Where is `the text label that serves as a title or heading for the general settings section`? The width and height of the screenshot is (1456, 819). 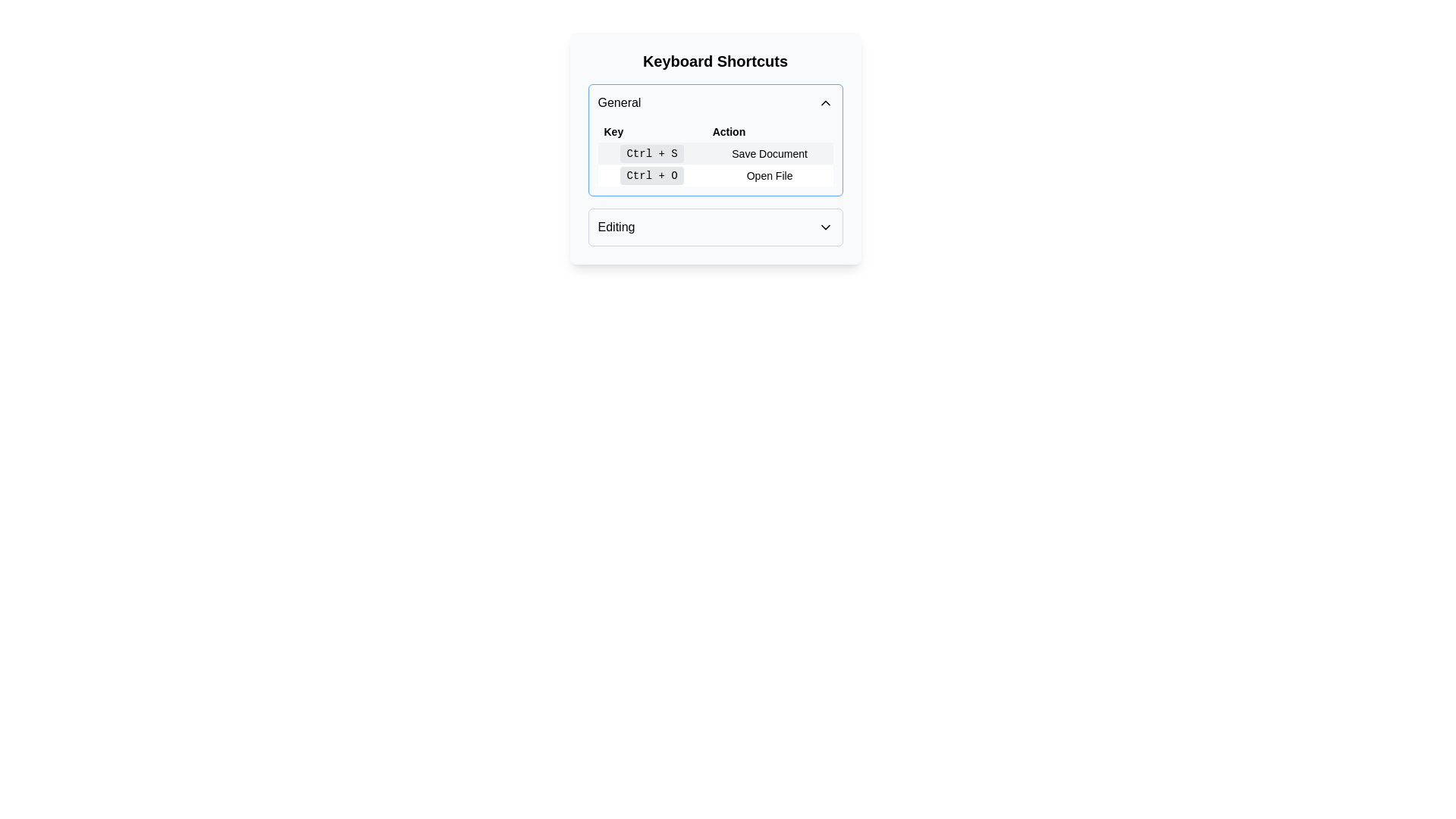
the text label that serves as a title or heading for the general settings section is located at coordinates (619, 102).